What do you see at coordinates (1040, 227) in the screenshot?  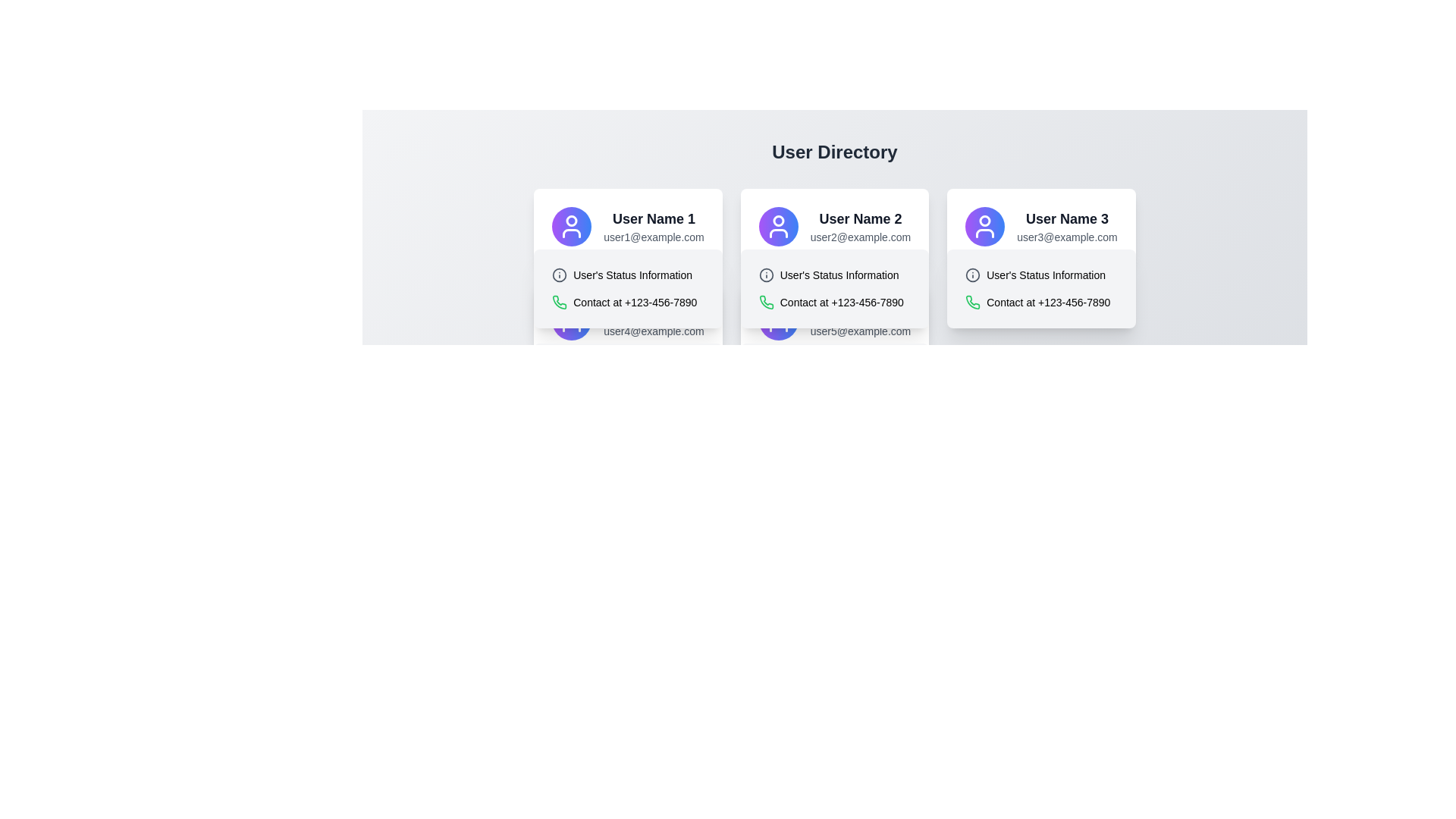 I see `information displayed in the Text and icon composite header featuring a purple-to-blue gradient circular icon with a user silhouette, bold title 'User Name 3', and subtitle 'user3@example.com'` at bounding box center [1040, 227].